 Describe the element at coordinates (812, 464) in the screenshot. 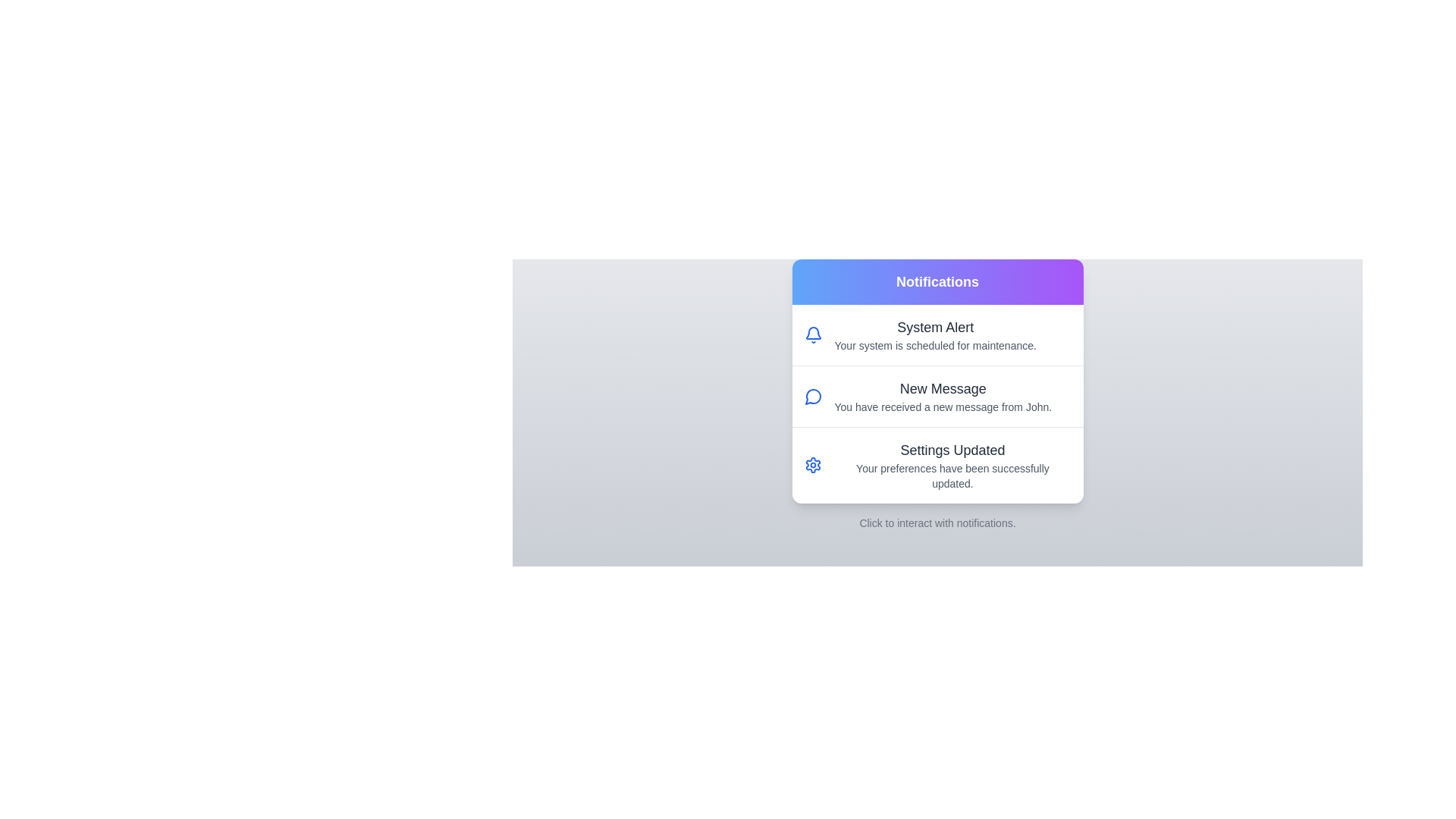

I see `the icon associated with the notification titled 'Settings Updated'` at that location.